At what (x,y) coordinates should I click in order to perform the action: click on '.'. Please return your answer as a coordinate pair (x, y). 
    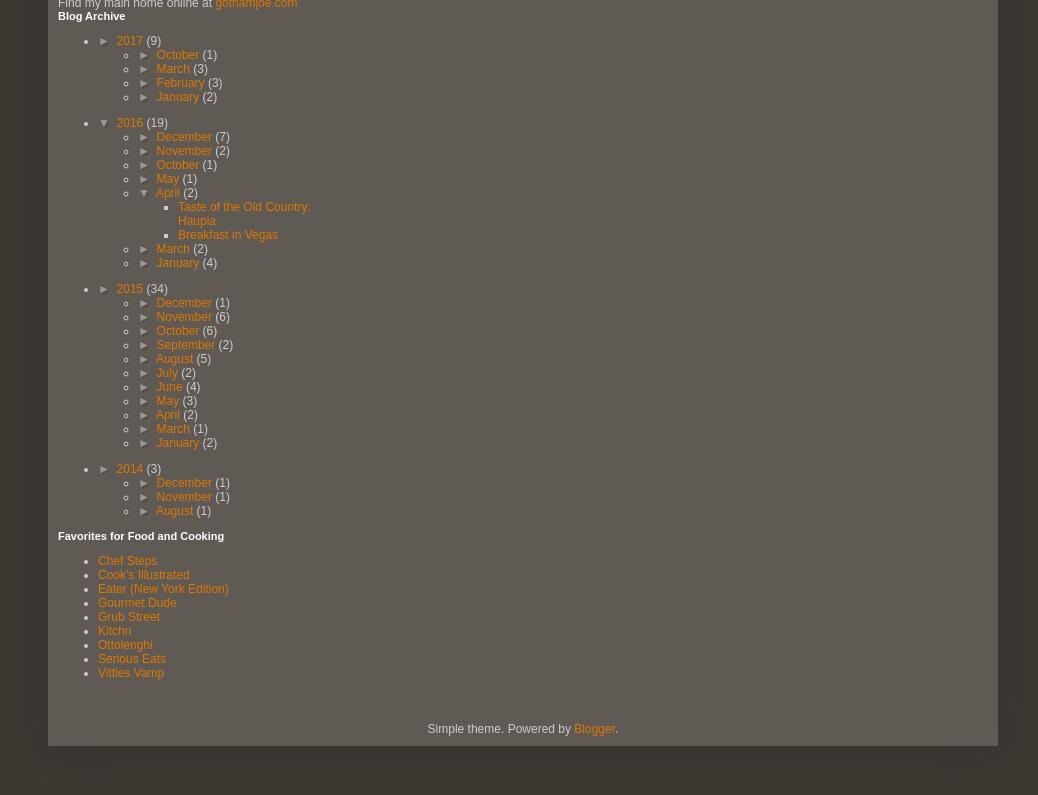
    Looking at the image, I should click on (614, 726).